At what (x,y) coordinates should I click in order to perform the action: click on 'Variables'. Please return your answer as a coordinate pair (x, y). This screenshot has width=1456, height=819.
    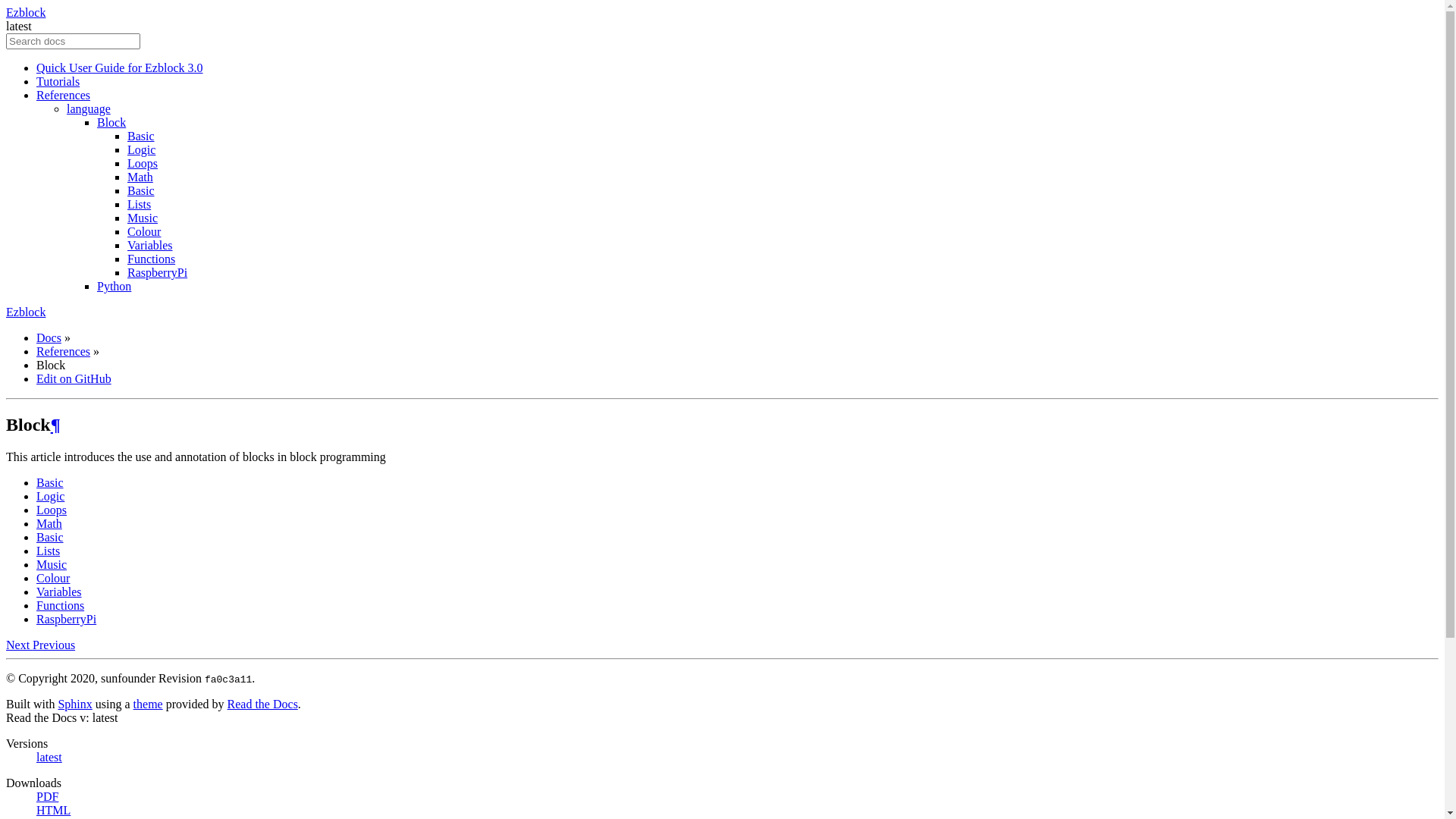
    Looking at the image, I should click on (149, 244).